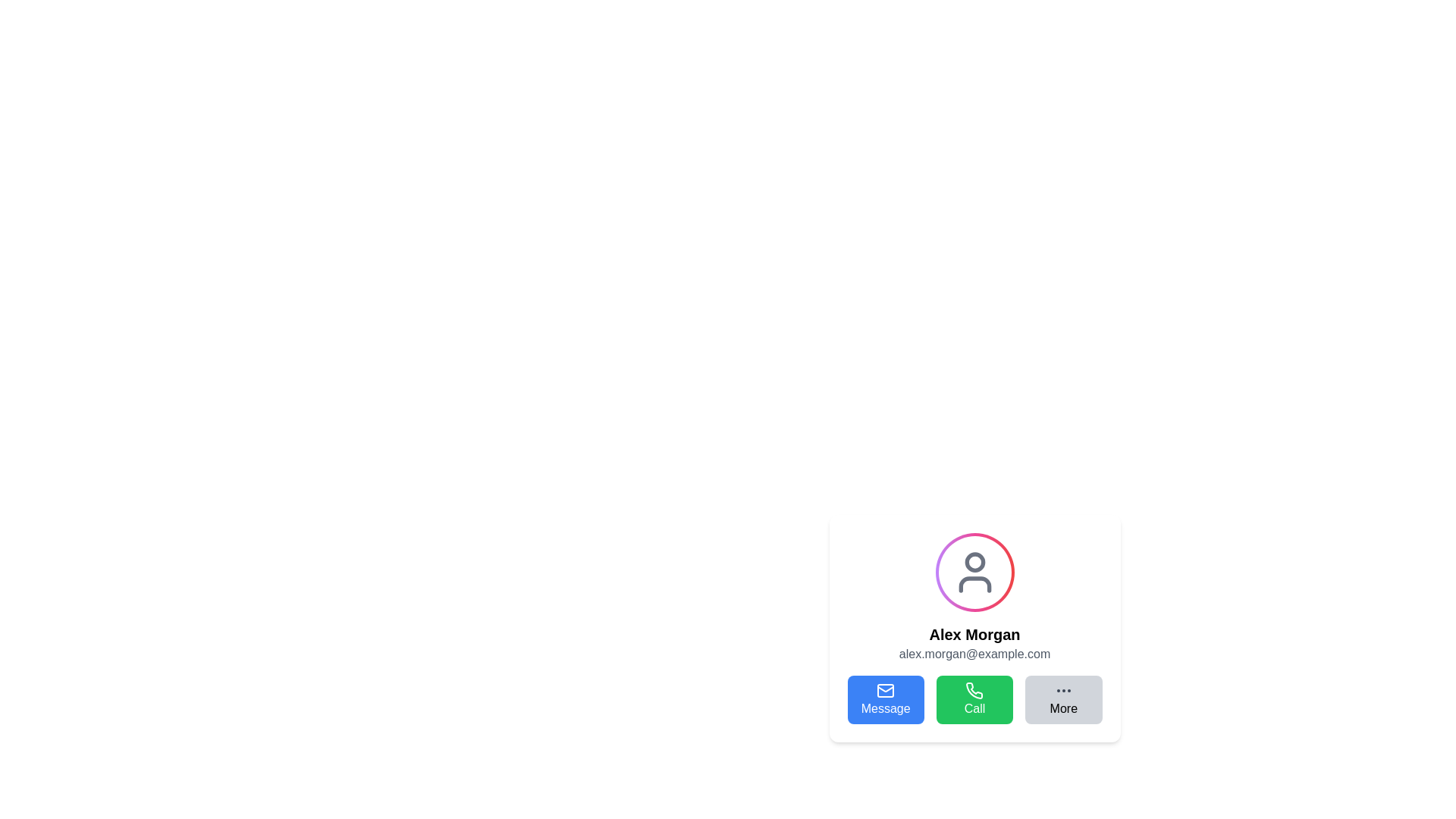  I want to click on the minimalist mail icon located above the 'Message' text button to trigger a tooltip or visual feedback, so click(886, 690).